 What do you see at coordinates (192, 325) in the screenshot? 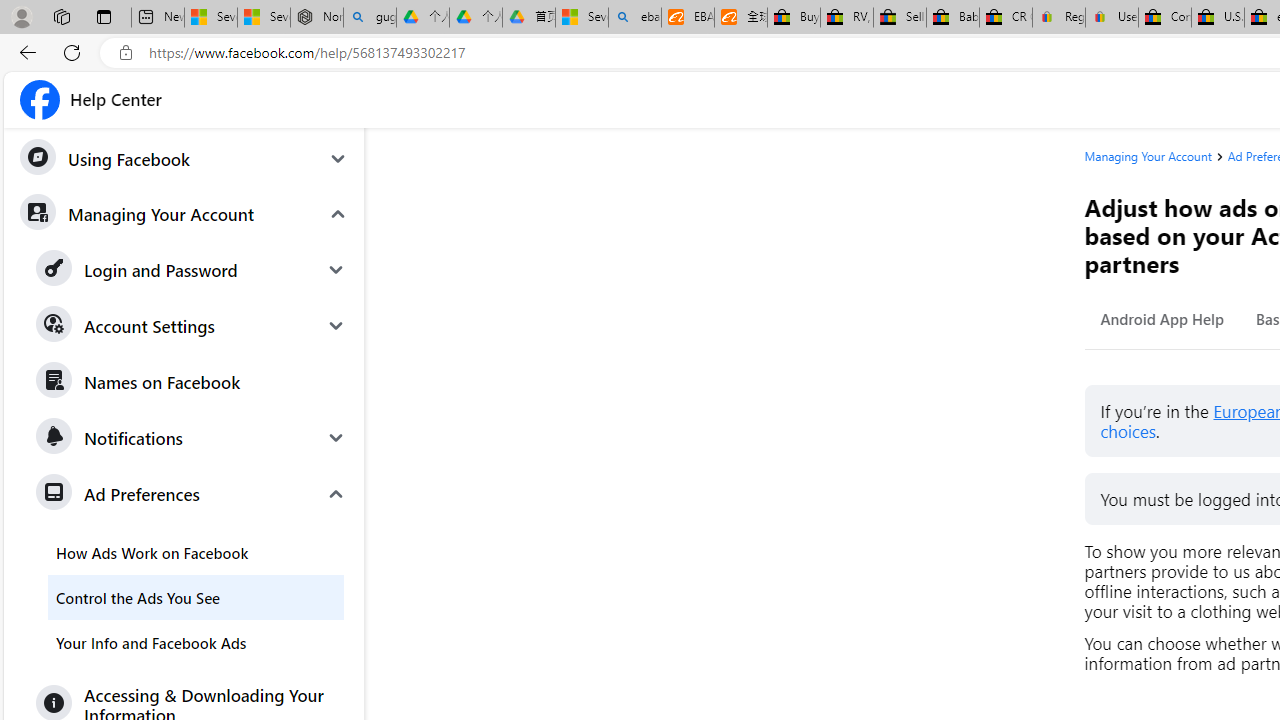
I see `'Account Settings'` at bounding box center [192, 325].